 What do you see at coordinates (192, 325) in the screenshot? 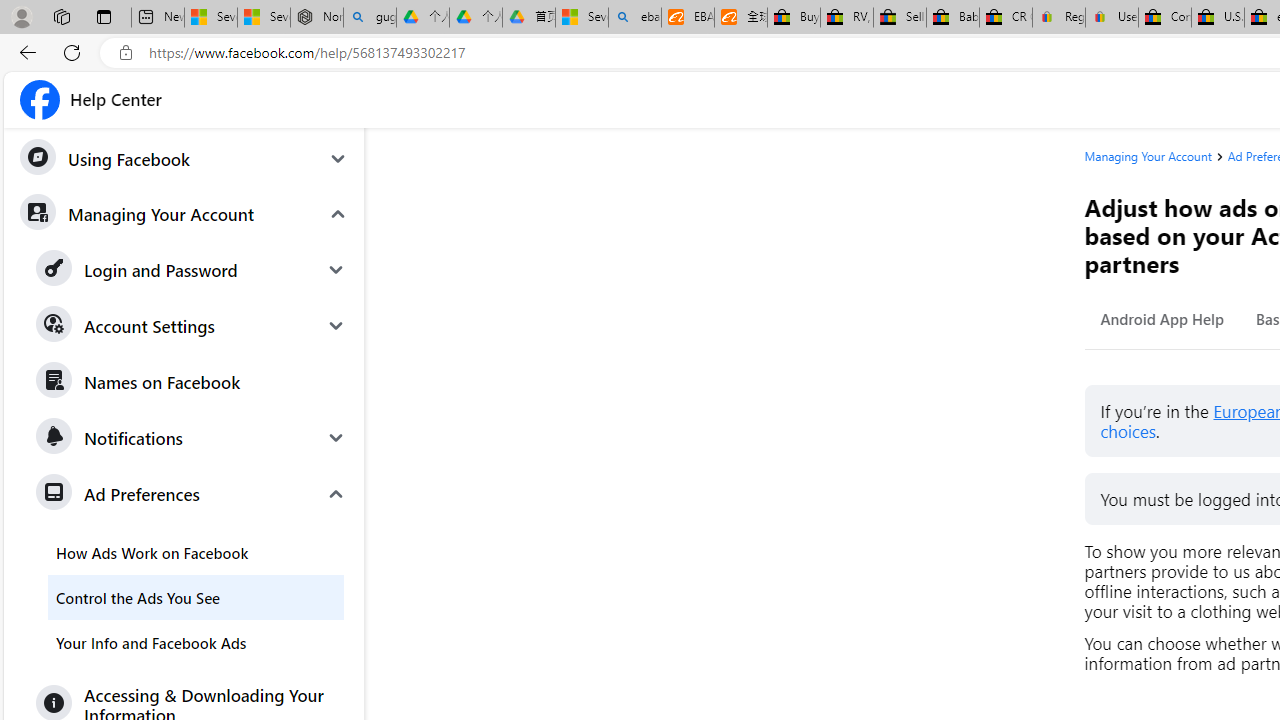
I see `'Account Settings'` at bounding box center [192, 325].